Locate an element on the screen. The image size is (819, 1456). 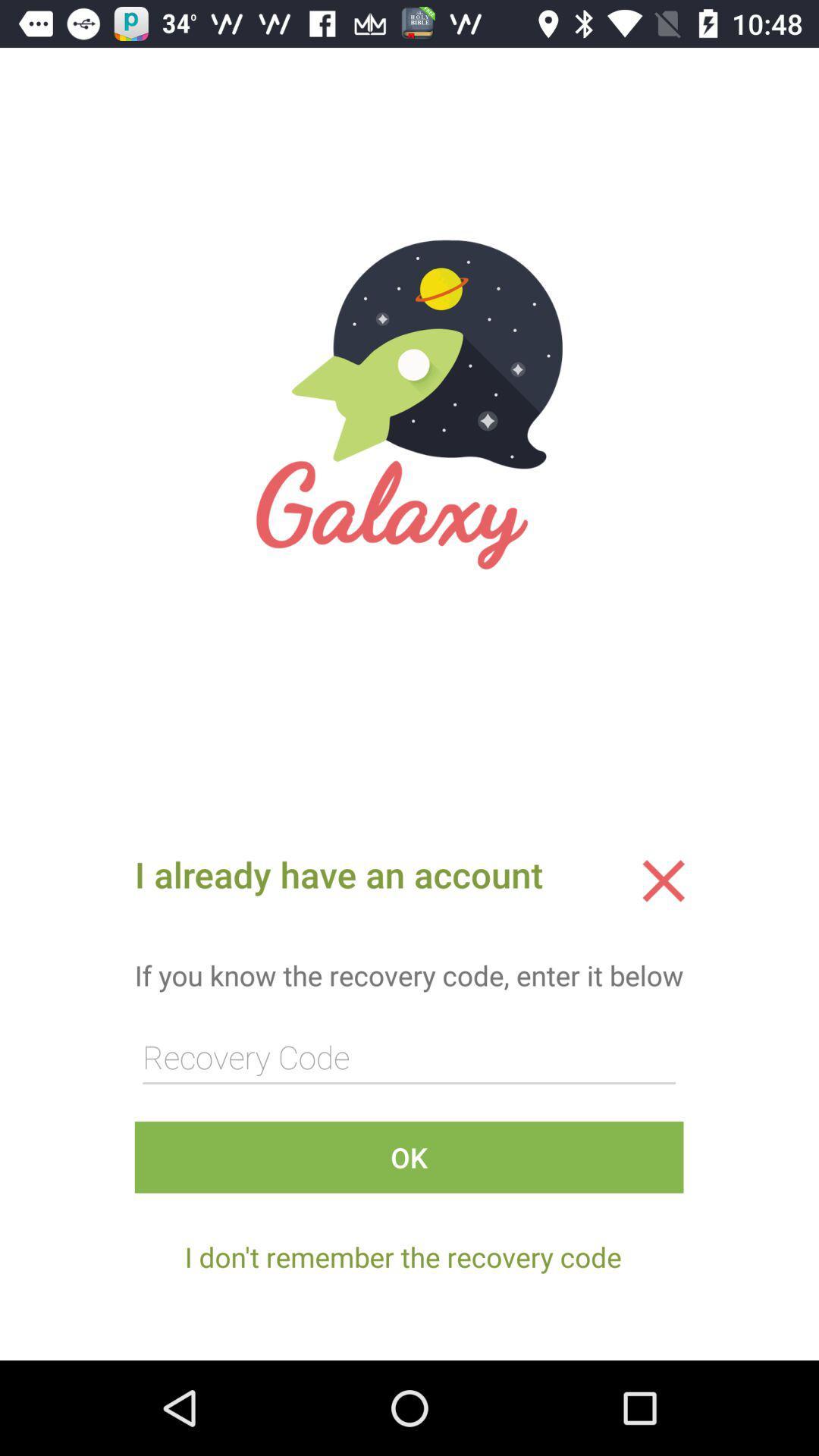
ok is located at coordinates (408, 1156).